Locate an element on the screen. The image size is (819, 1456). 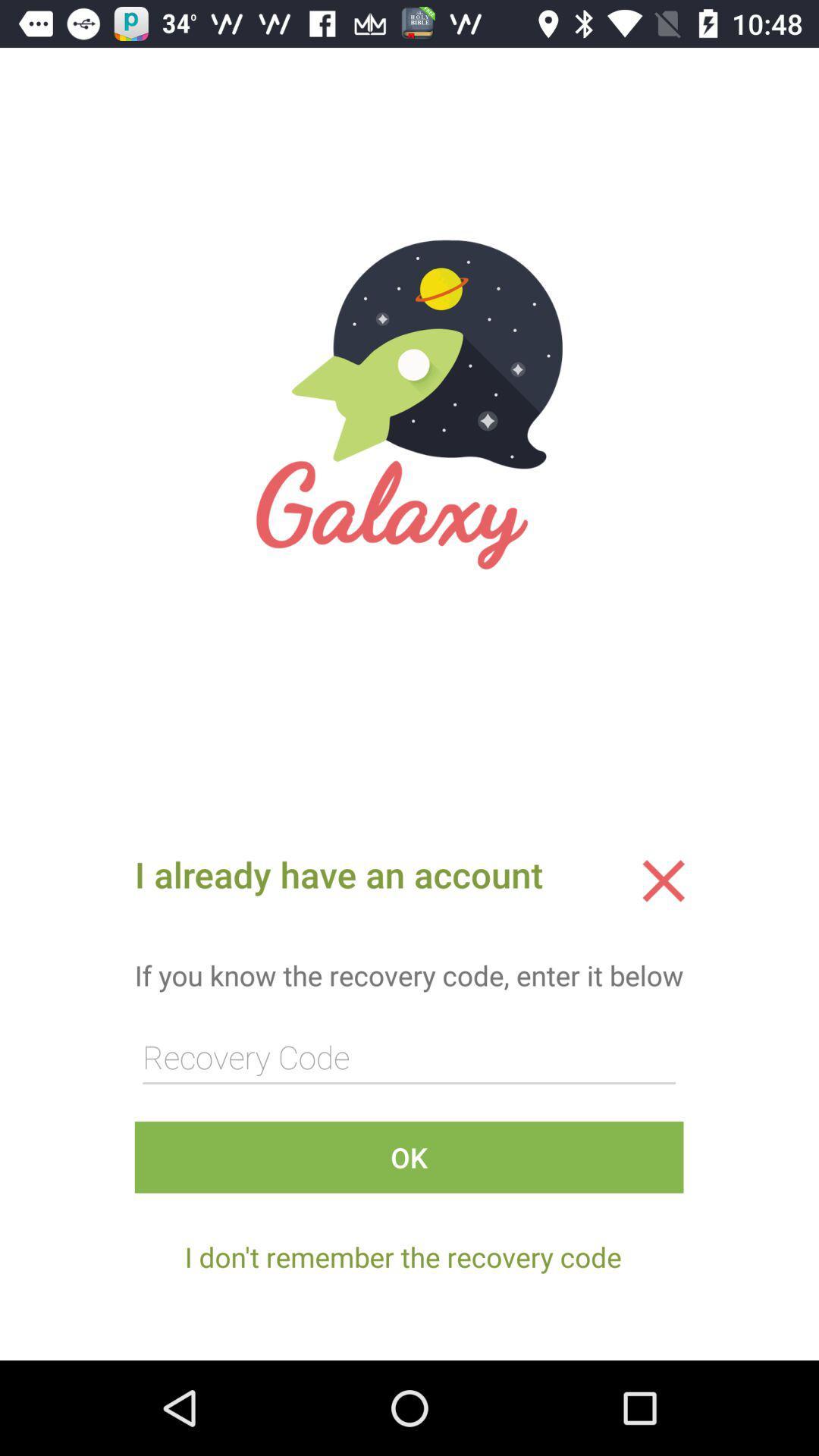
ok is located at coordinates (408, 1156).